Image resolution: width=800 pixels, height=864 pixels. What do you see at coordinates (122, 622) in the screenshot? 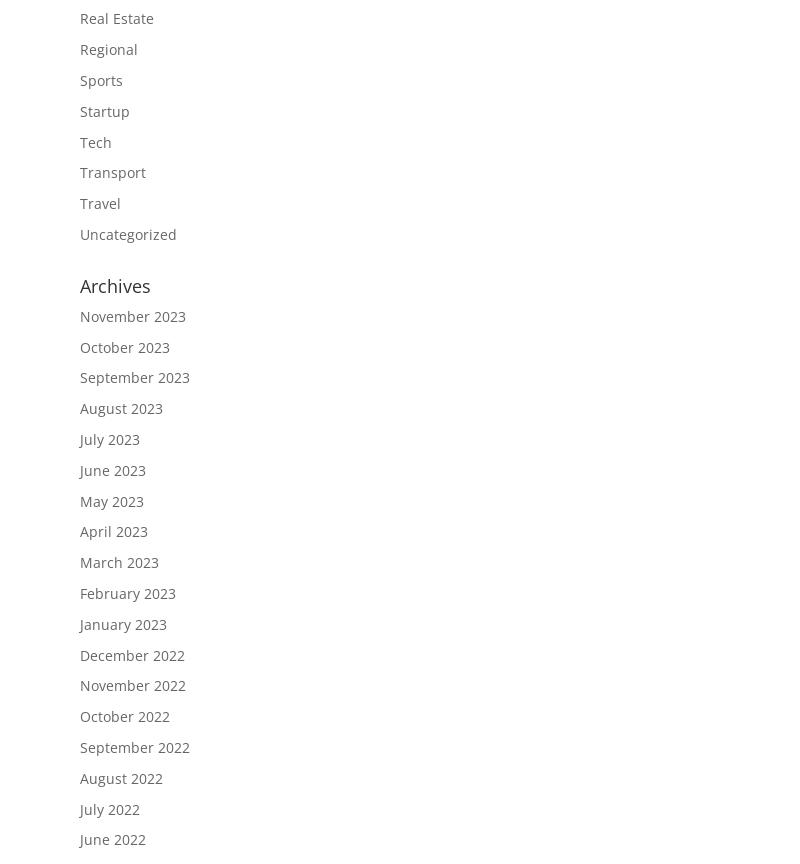
I see `'January 2023'` at bounding box center [122, 622].